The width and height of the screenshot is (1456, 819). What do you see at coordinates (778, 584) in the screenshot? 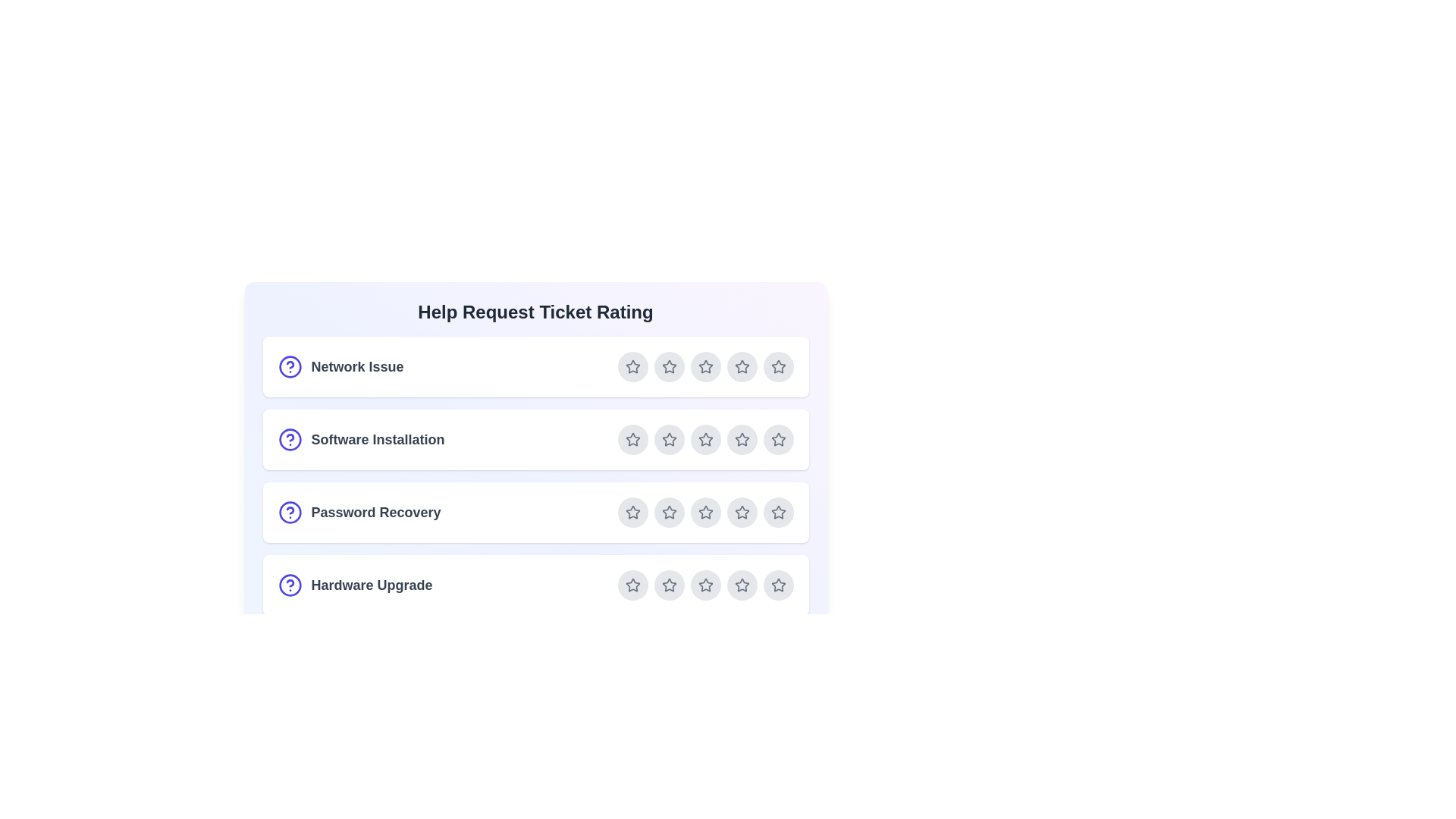
I see `the star corresponding to 5 for the ticket Hardware Upgrade` at bounding box center [778, 584].